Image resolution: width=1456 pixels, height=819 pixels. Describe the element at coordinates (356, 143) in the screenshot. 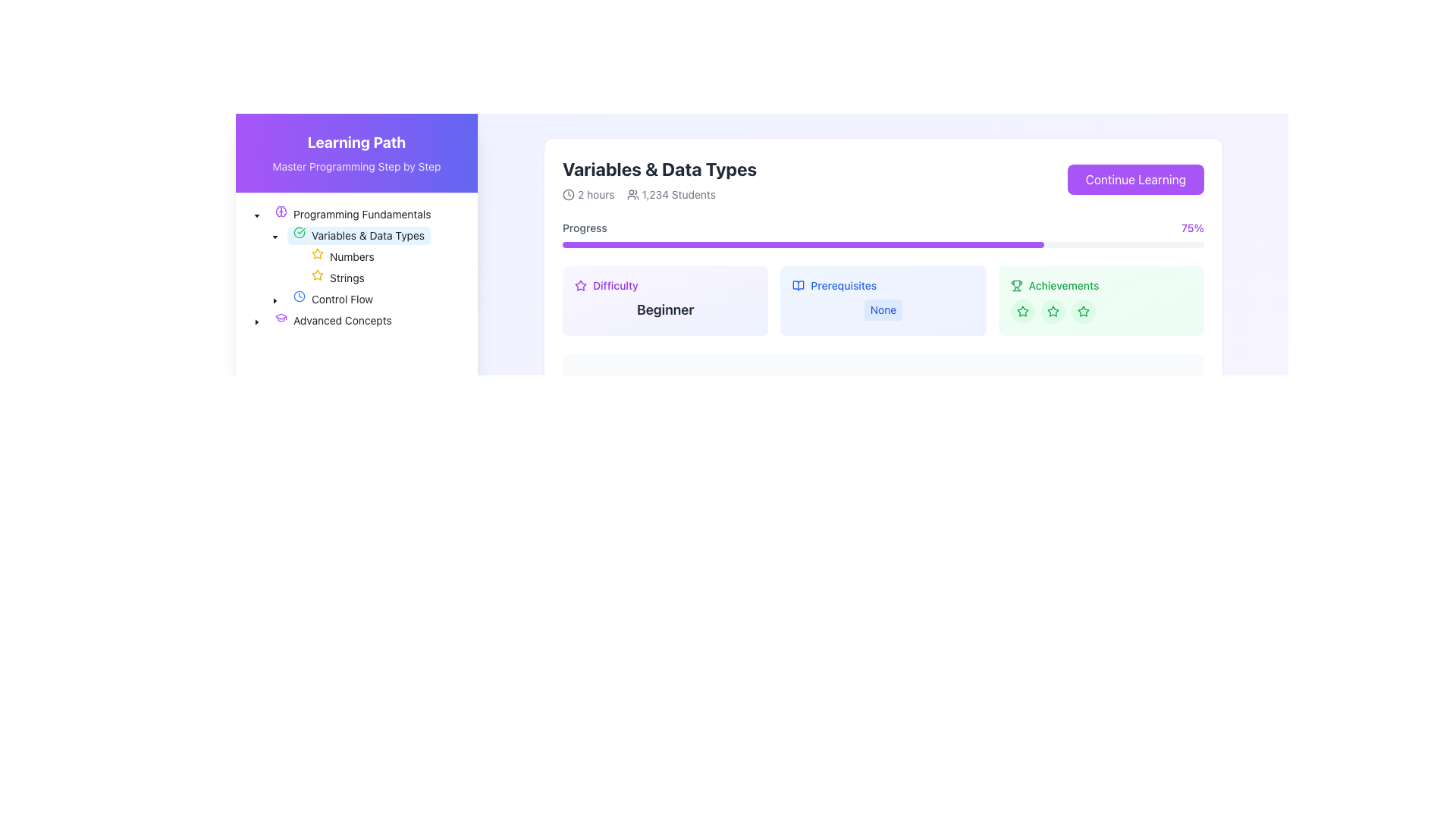

I see `the text label serving as a section title located at the top-left corner of the interface, above the content labeled 'Master Programming Step by Step.'` at that location.